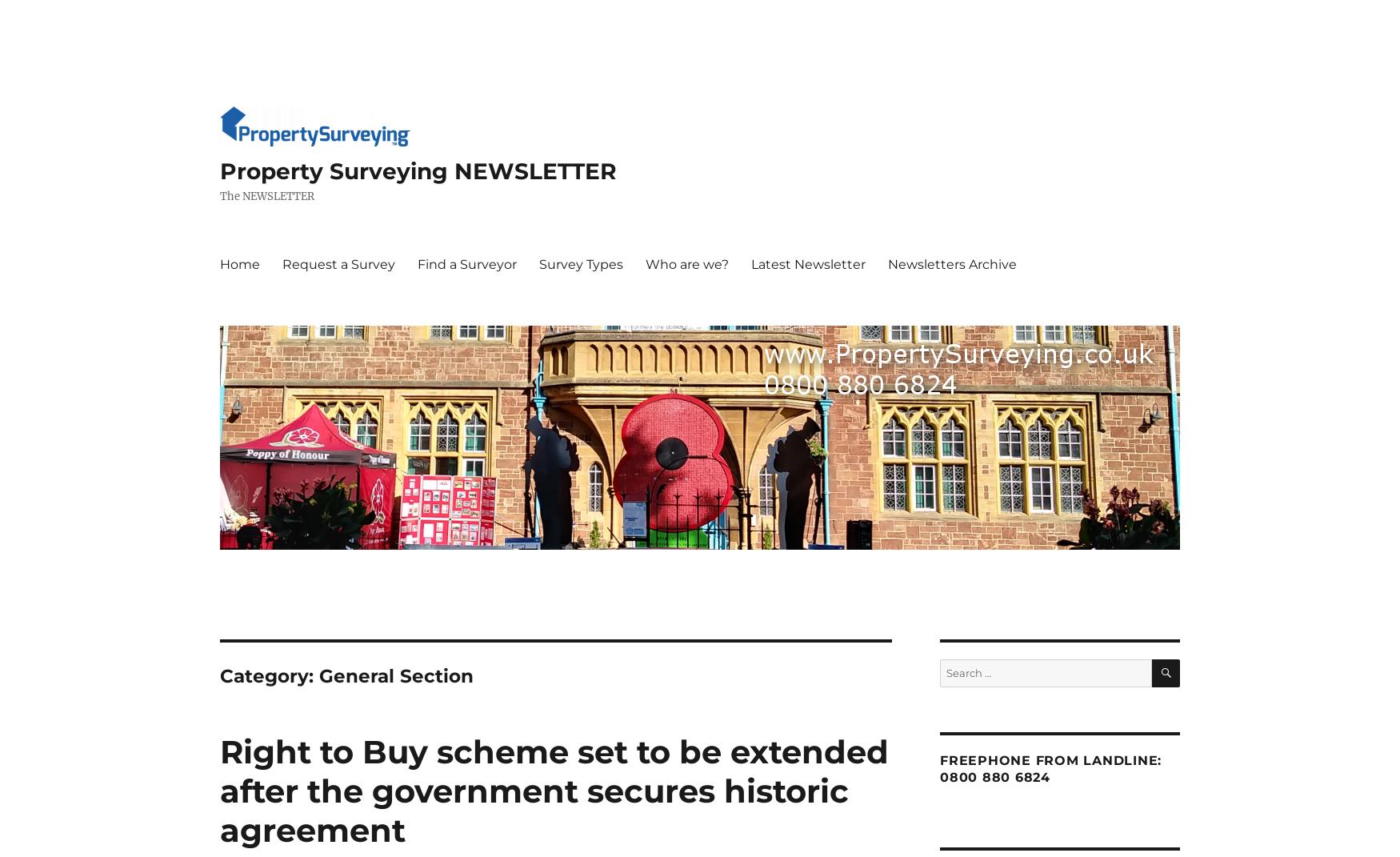  I want to click on 'Survey Types', so click(538, 262).